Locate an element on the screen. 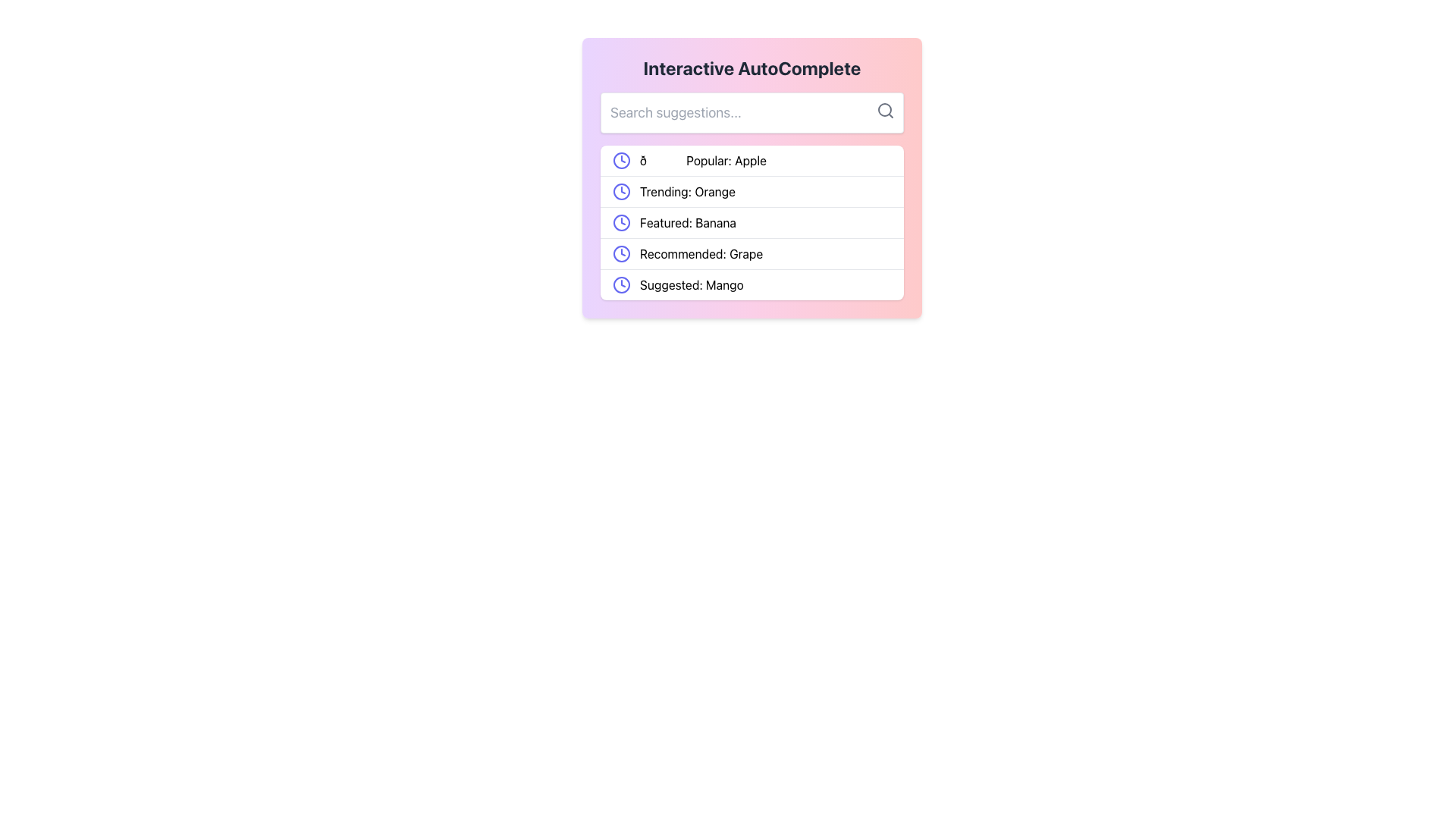  the circular outline within the clock icon associated with the 'Recommended: Grape' list item, which is the fourth in a vertical sequence of similar elements is located at coordinates (622, 253).